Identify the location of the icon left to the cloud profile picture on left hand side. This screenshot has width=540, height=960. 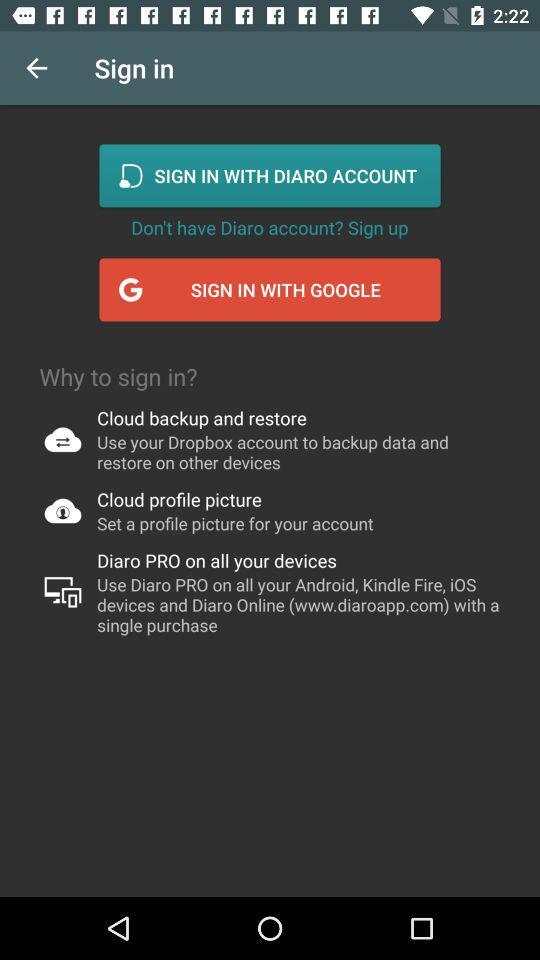
(63, 510).